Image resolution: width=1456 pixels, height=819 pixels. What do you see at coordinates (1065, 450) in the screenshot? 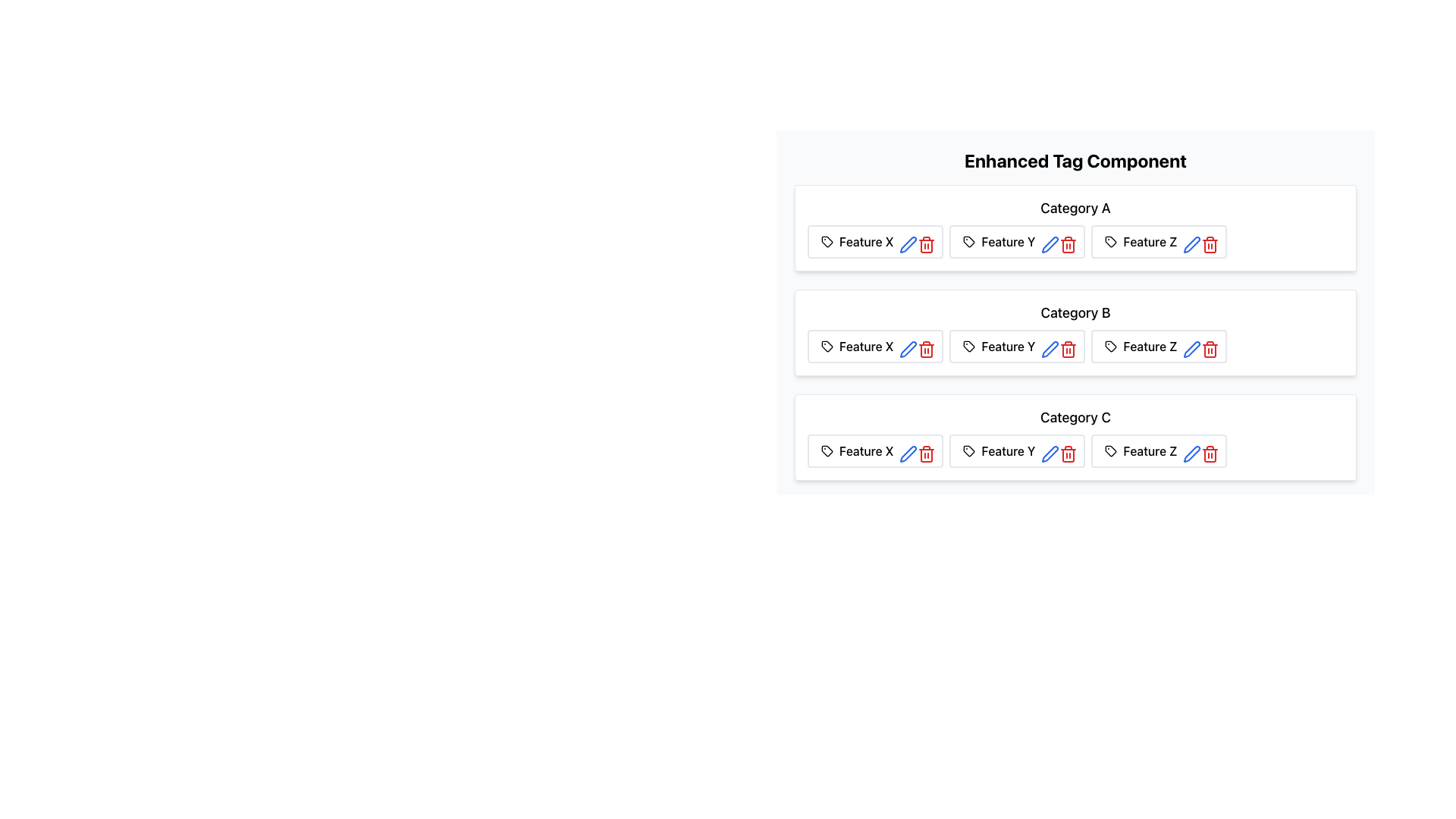
I see `the delete button for the 'Feature Y' item located at the rightmost side of the row under 'Category A'` at bounding box center [1065, 450].